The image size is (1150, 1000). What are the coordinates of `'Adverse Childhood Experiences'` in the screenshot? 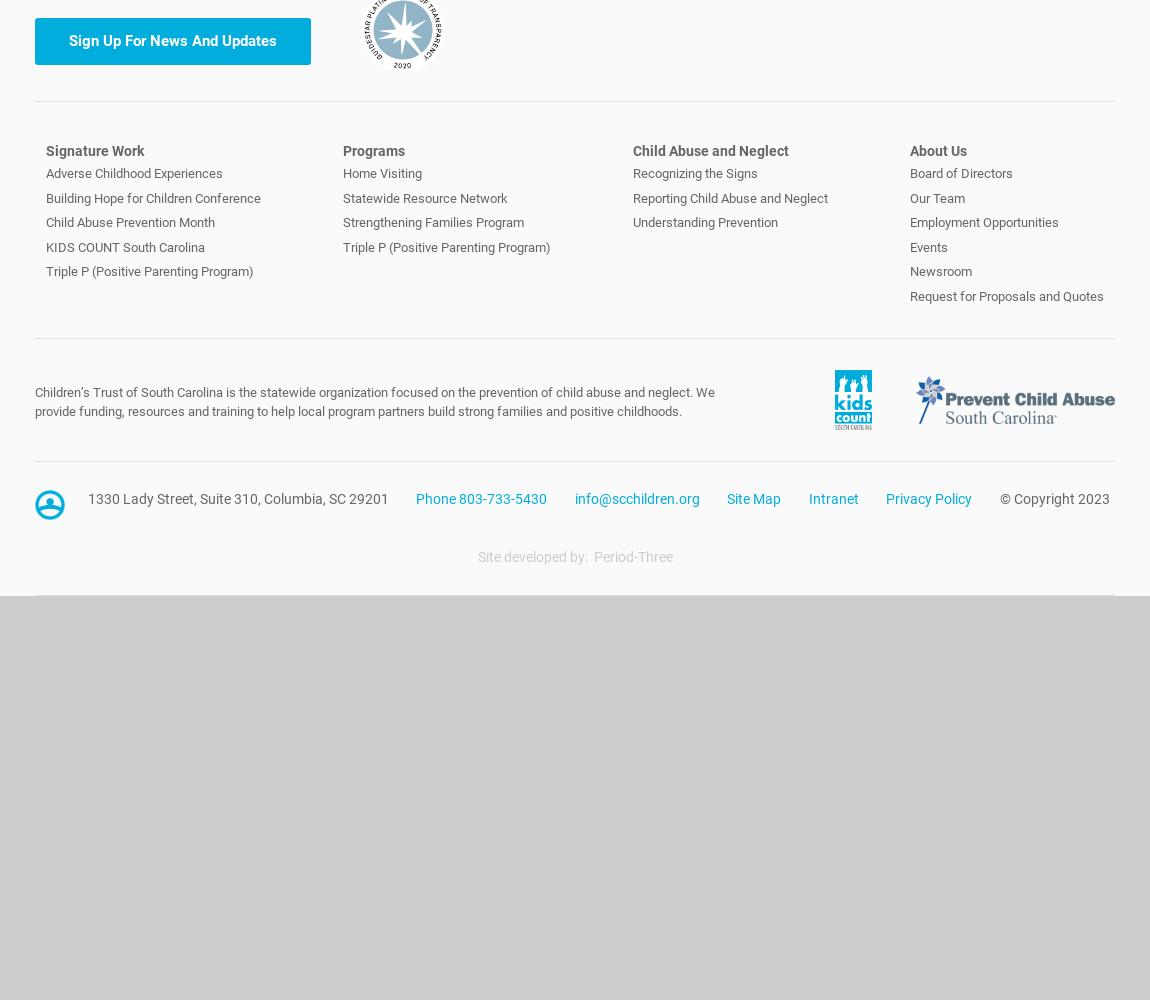 It's located at (43, 173).